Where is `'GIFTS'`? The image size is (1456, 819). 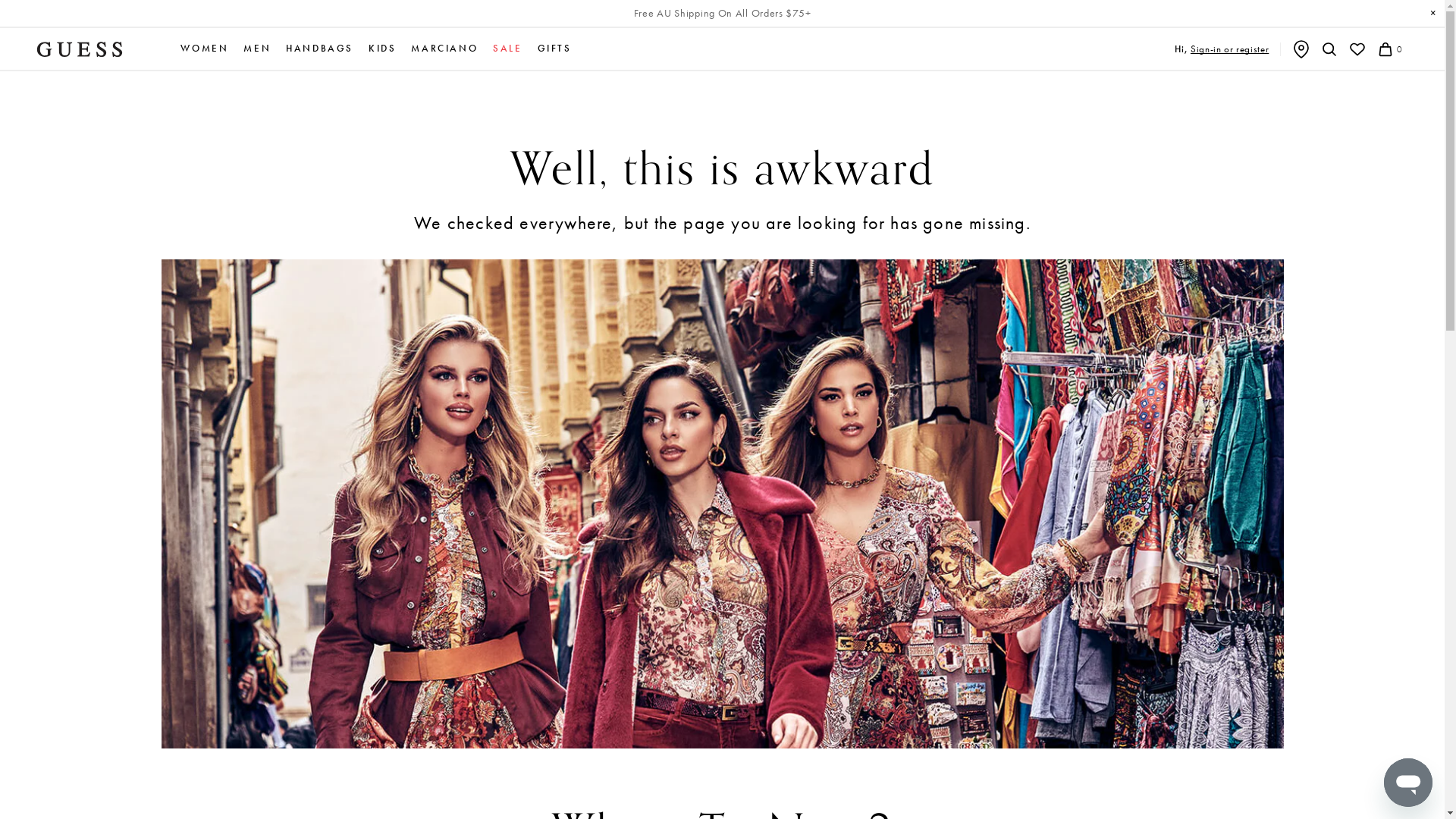 'GIFTS' is located at coordinates (554, 48).